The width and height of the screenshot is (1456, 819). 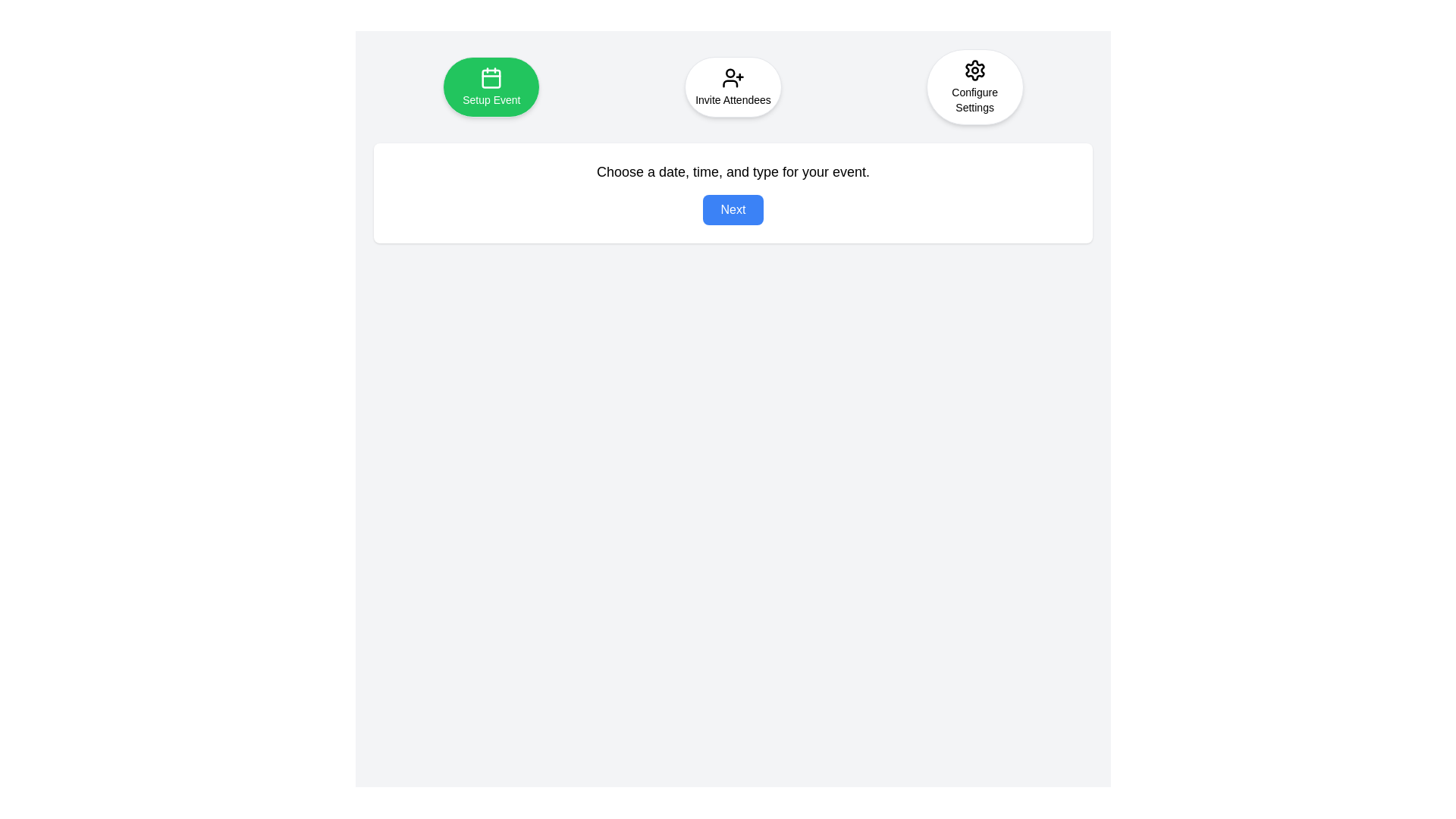 I want to click on 'Next' button to proceed to the next step, so click(x=733, y=210).